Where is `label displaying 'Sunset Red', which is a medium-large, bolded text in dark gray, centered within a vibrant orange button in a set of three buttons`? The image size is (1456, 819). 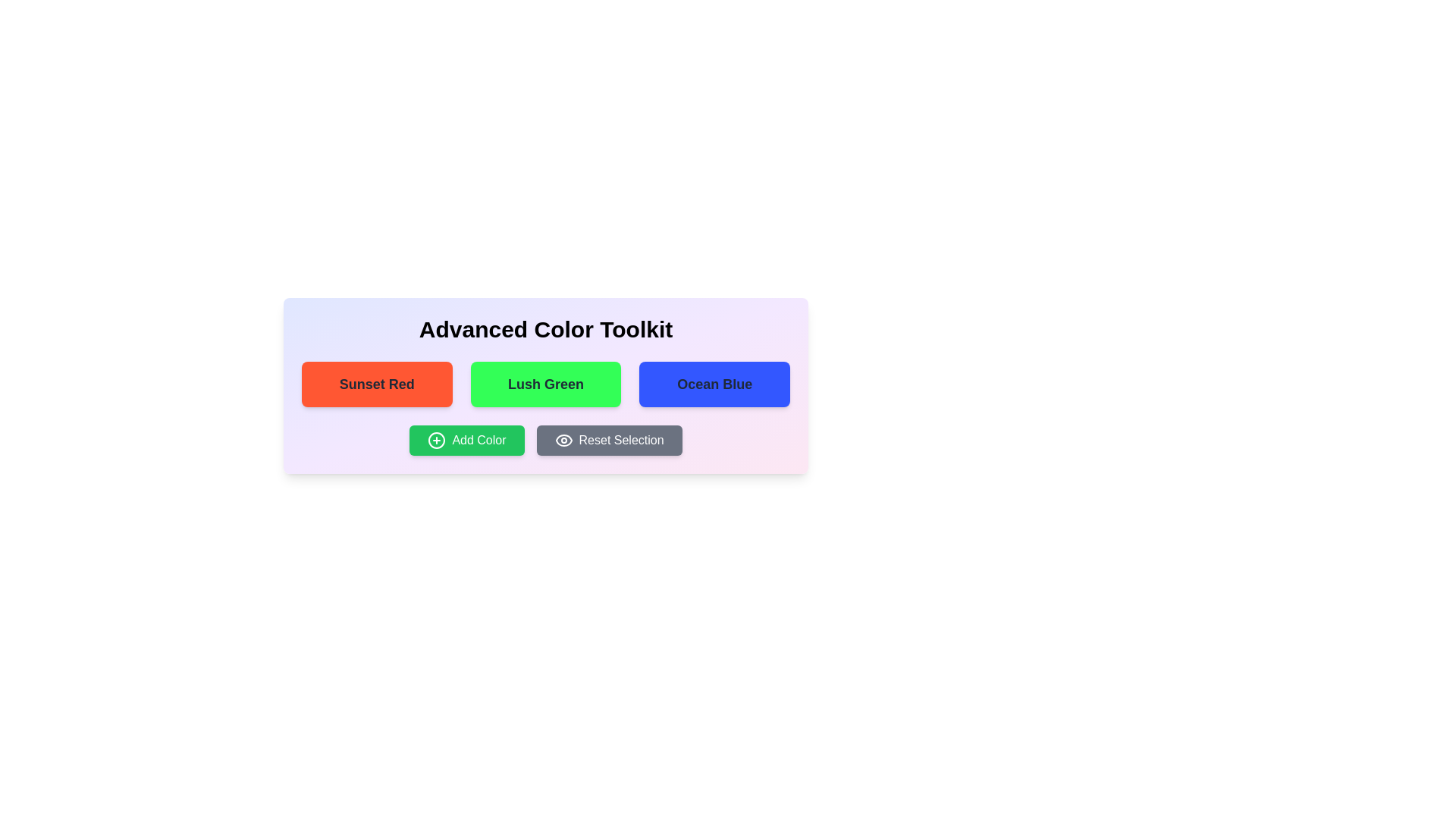 label displaying 'Sunset Red', which is a medium-large, bolded text in dark gray, centered within a vibrant orange button in a set of three buttons is located at coordinates (377, 383).